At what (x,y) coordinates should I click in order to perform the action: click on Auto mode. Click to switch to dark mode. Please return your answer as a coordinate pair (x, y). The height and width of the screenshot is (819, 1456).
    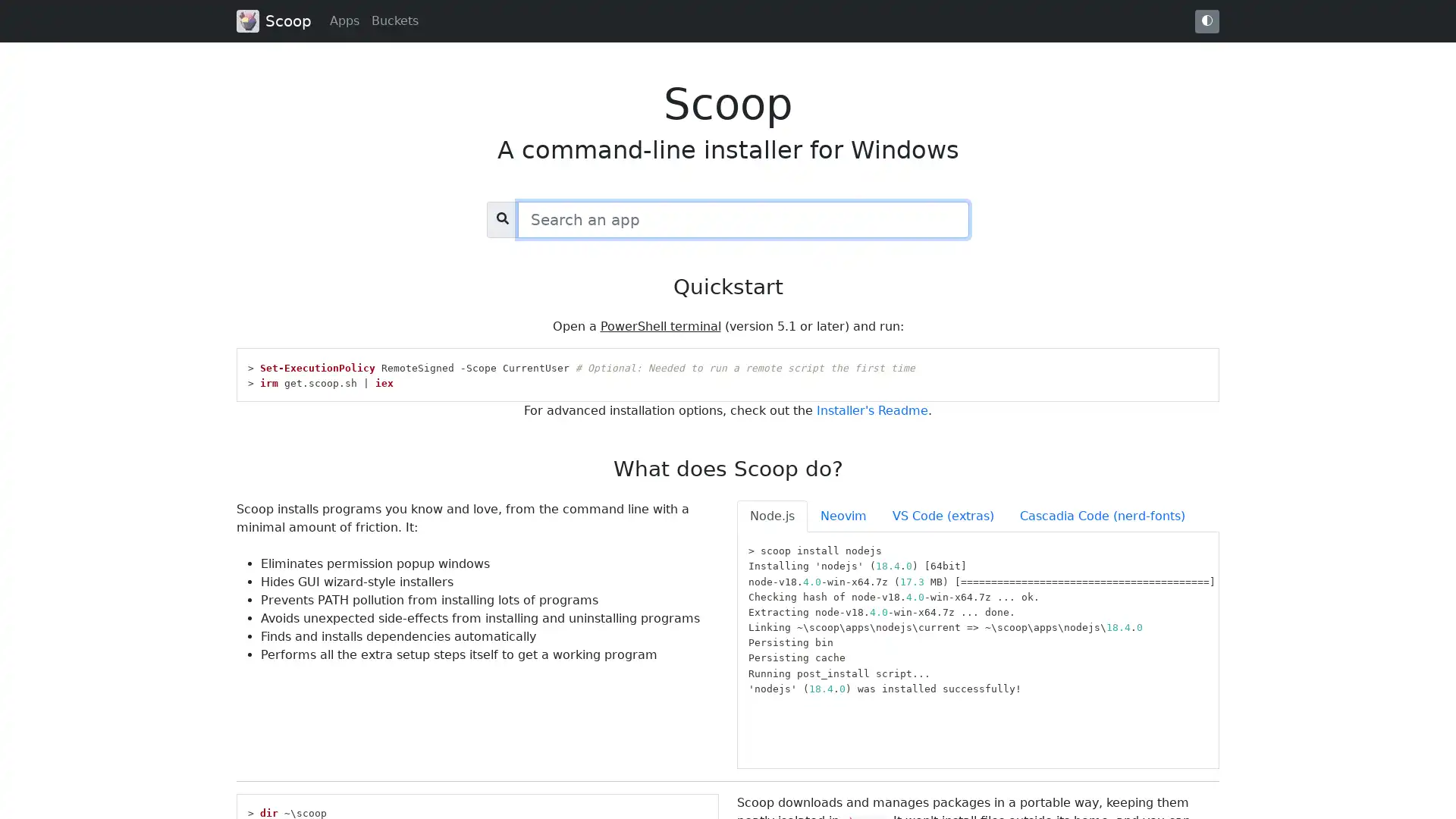
    Looking at the image, I should click on (1207, 20).